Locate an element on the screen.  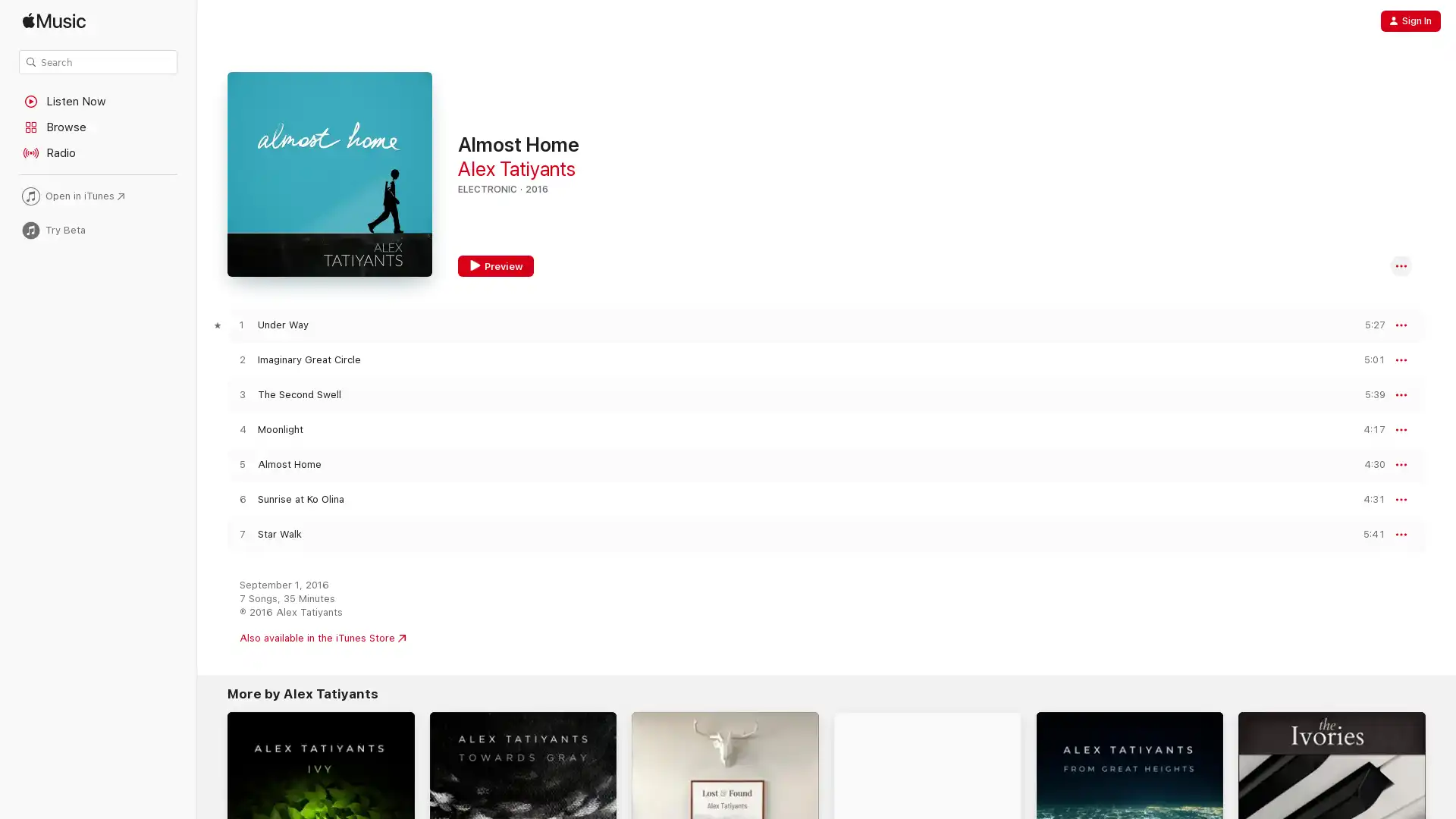
More is located at coordinates (1401, 500).